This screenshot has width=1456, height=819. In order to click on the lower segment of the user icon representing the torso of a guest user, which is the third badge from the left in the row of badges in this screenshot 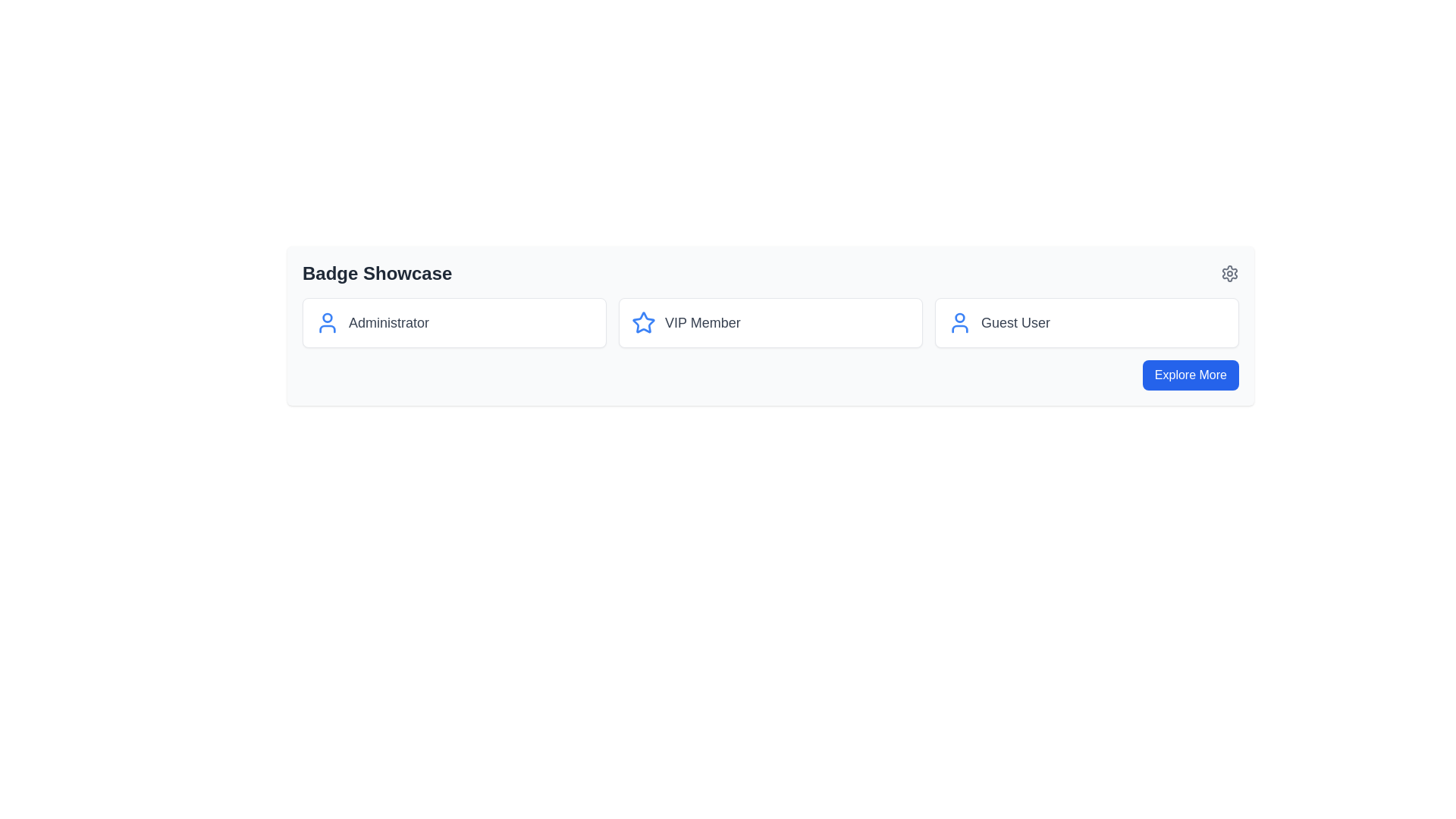, I will do `click(959, 328)`.